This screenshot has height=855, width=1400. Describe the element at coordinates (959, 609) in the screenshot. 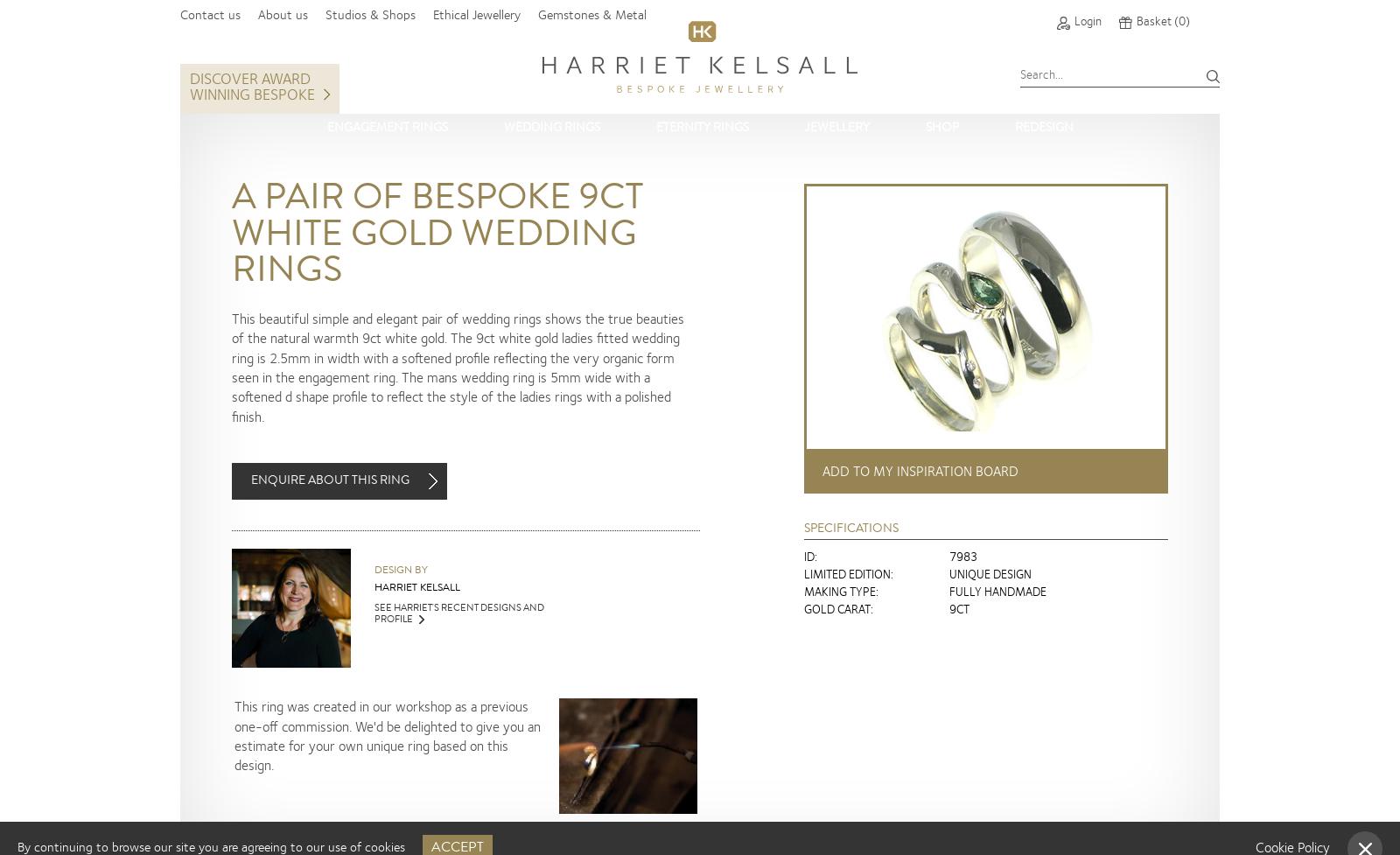

I see `'9ct'` at that location.